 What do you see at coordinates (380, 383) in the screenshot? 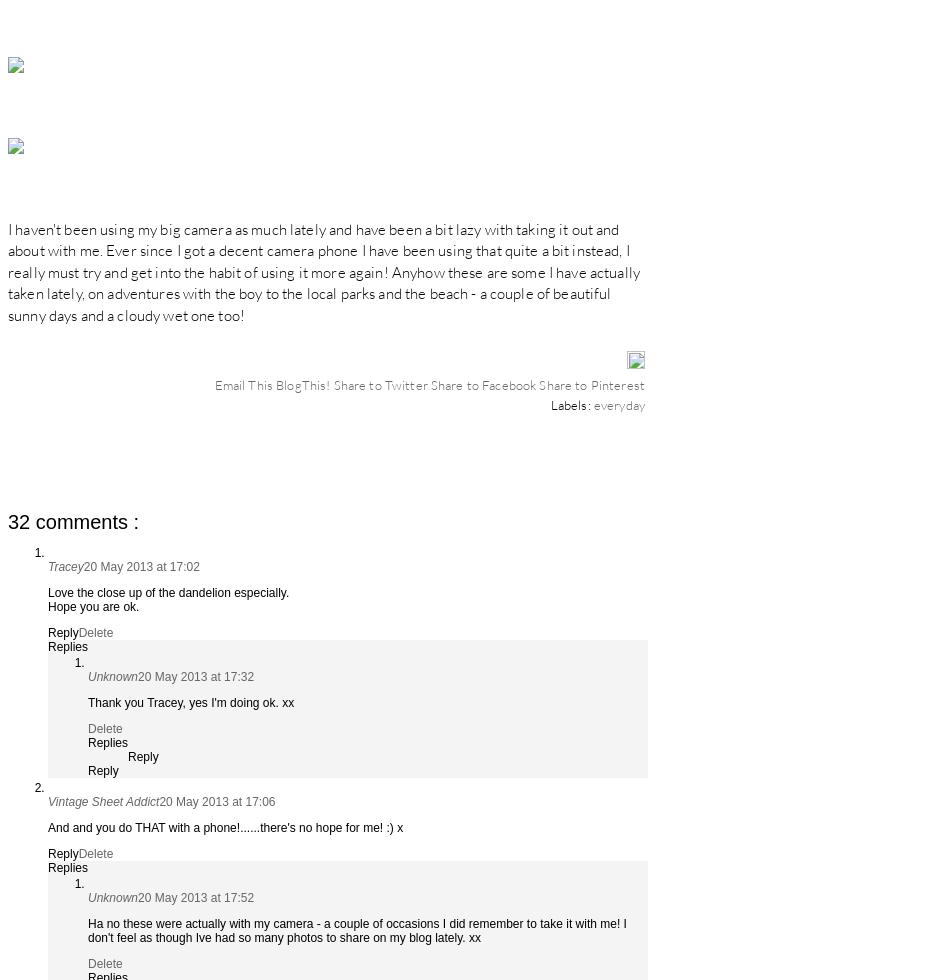
I see `'Share to Twitter'` at bounding box center [380, 383].